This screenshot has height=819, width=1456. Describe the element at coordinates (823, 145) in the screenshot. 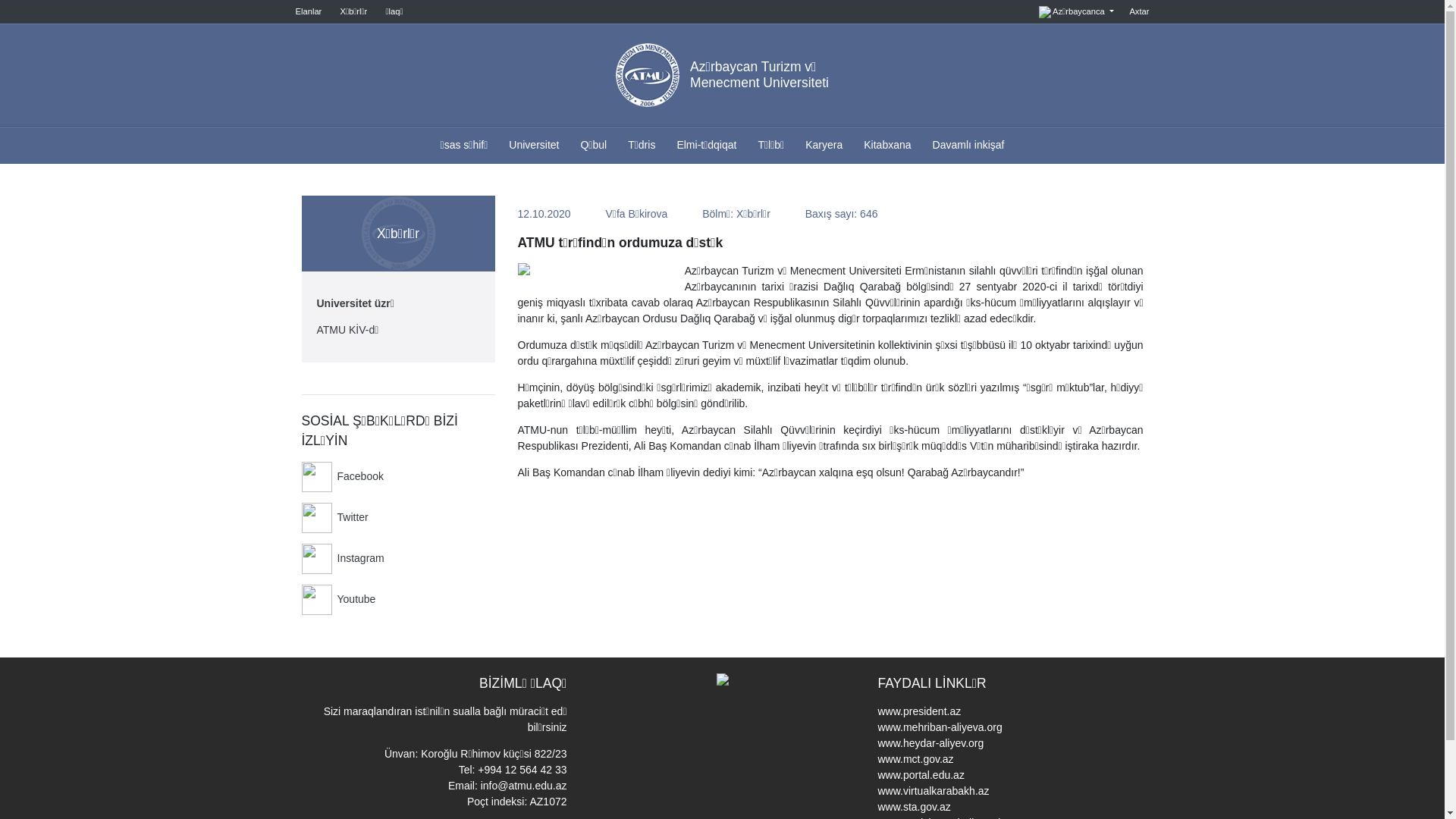

I see `'Karyera'` at that location.